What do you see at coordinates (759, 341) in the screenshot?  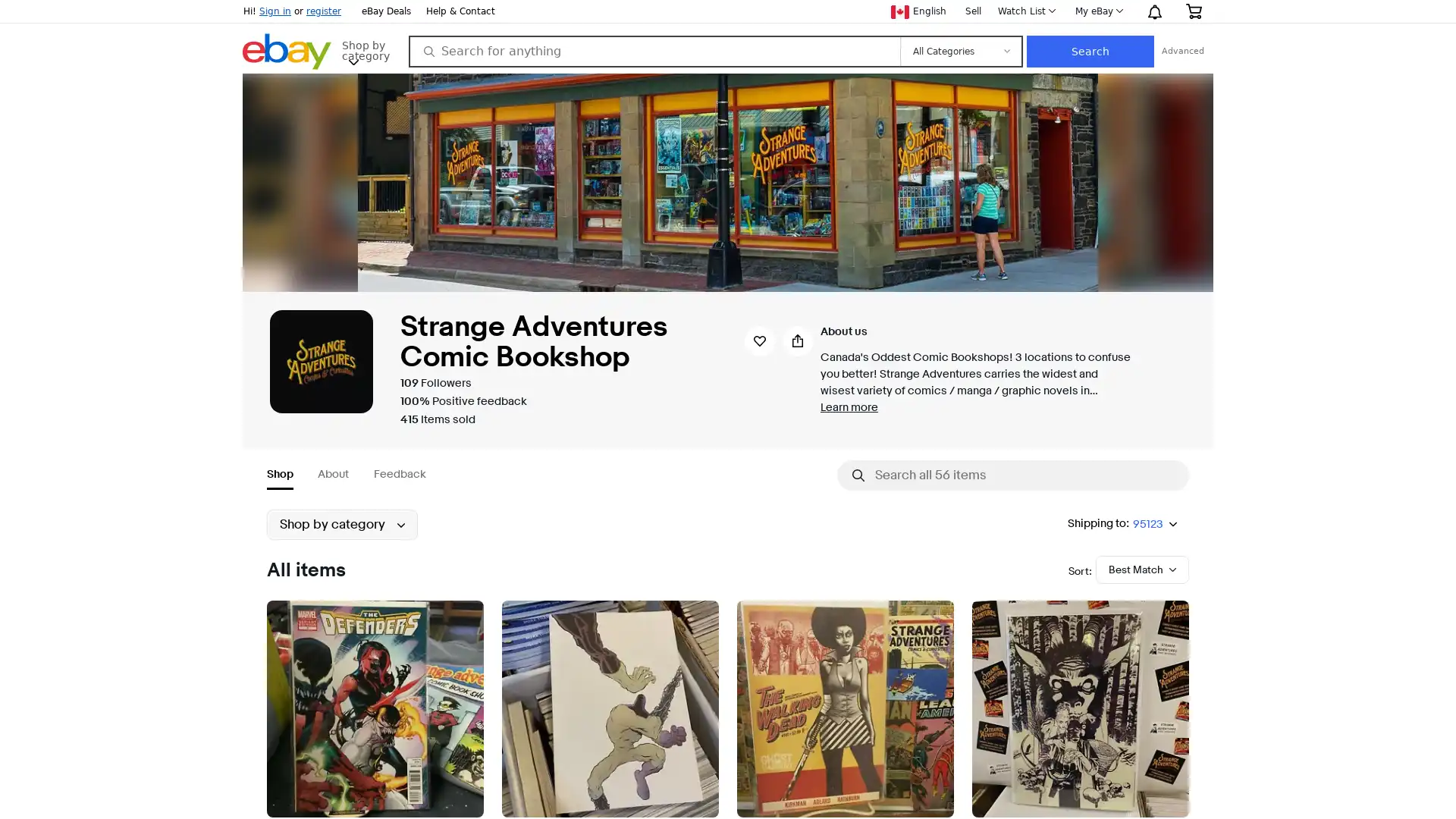 I see `Save seller strangeadventrz` at bounding box center [759, 341].